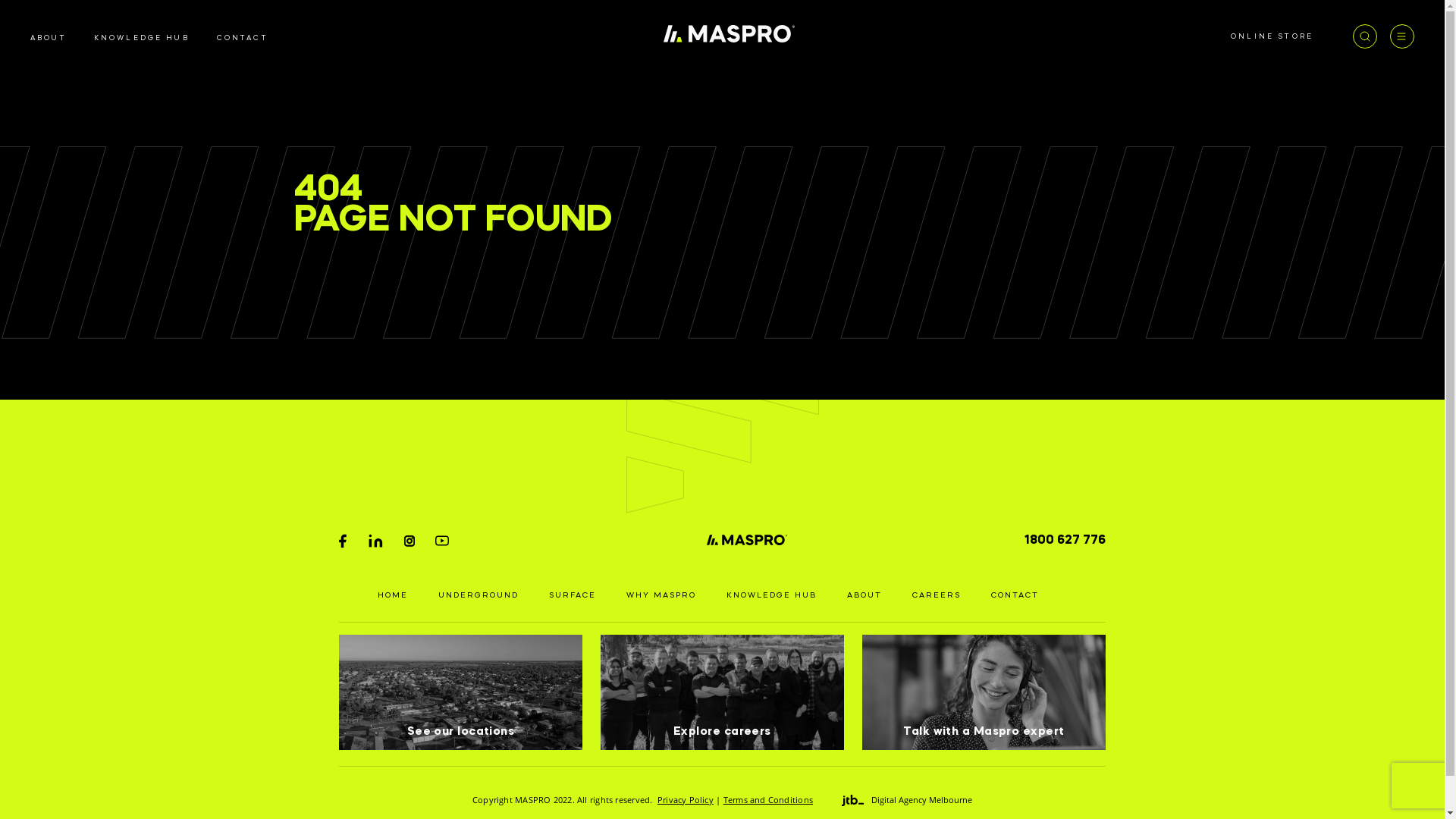  What do you see at coordinates (393, 595) in the screenshot?
I see `'HOME'` at bounding box center [393, 595].